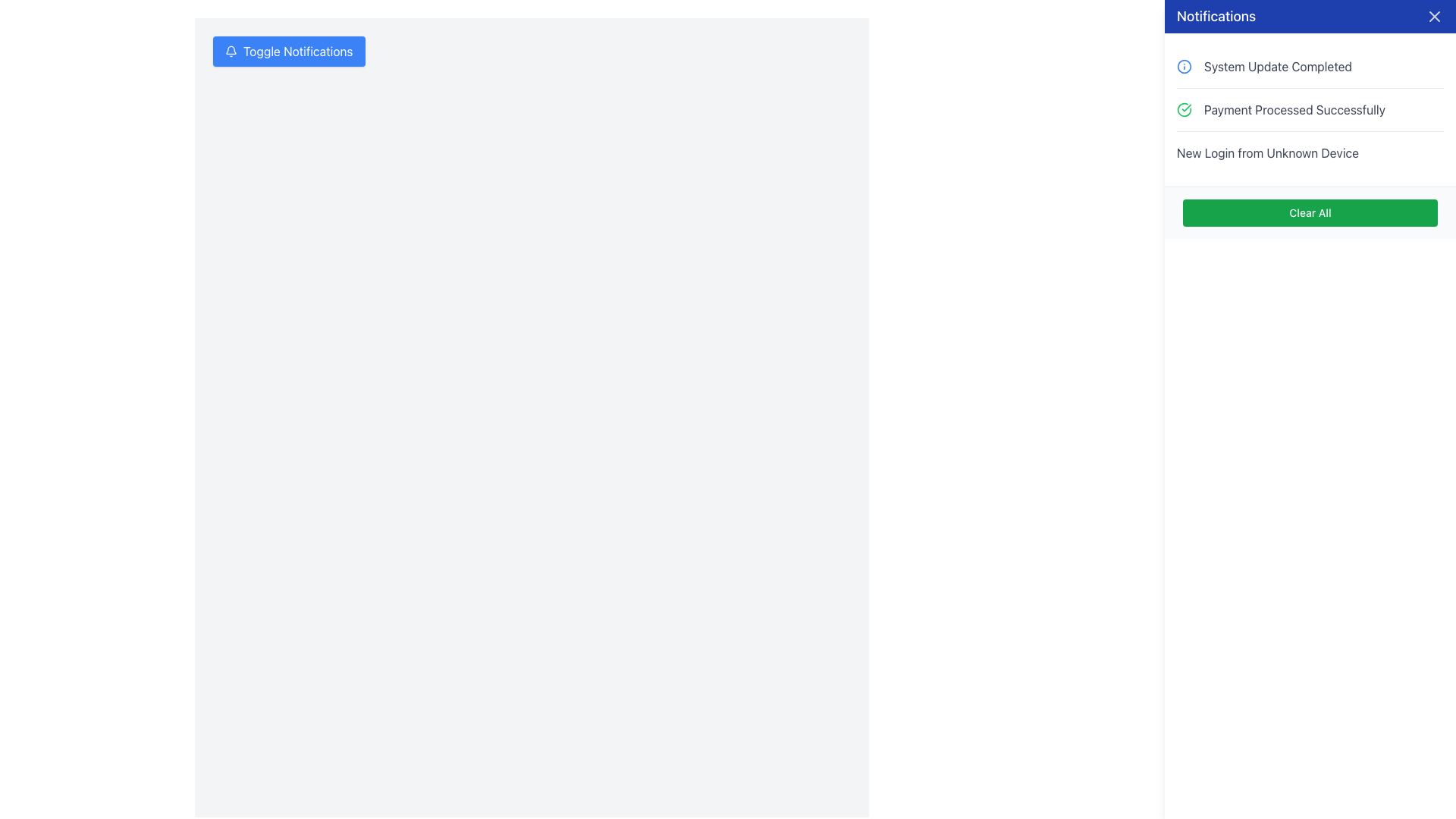 The width and height of the screenshot is (1456, 819). I want to click on the close button located on the far right side of the notifications panel header, so click(1433, 17).